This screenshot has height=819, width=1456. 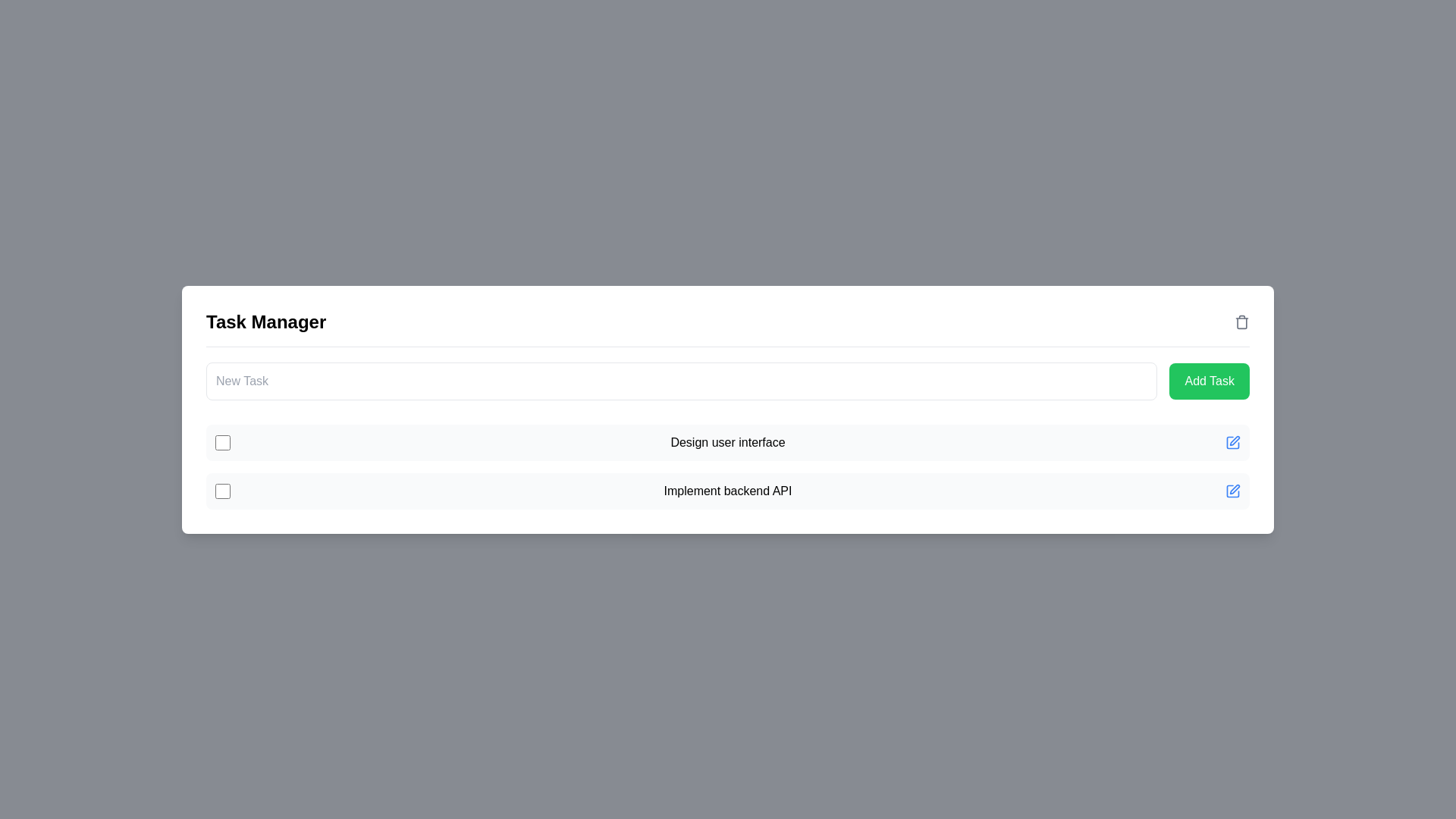 I want to click on the checkbox that is styled as a compact square with a white fill and a border, located to the left of the 'Design user interface' task description, so click(x=221, y=441).